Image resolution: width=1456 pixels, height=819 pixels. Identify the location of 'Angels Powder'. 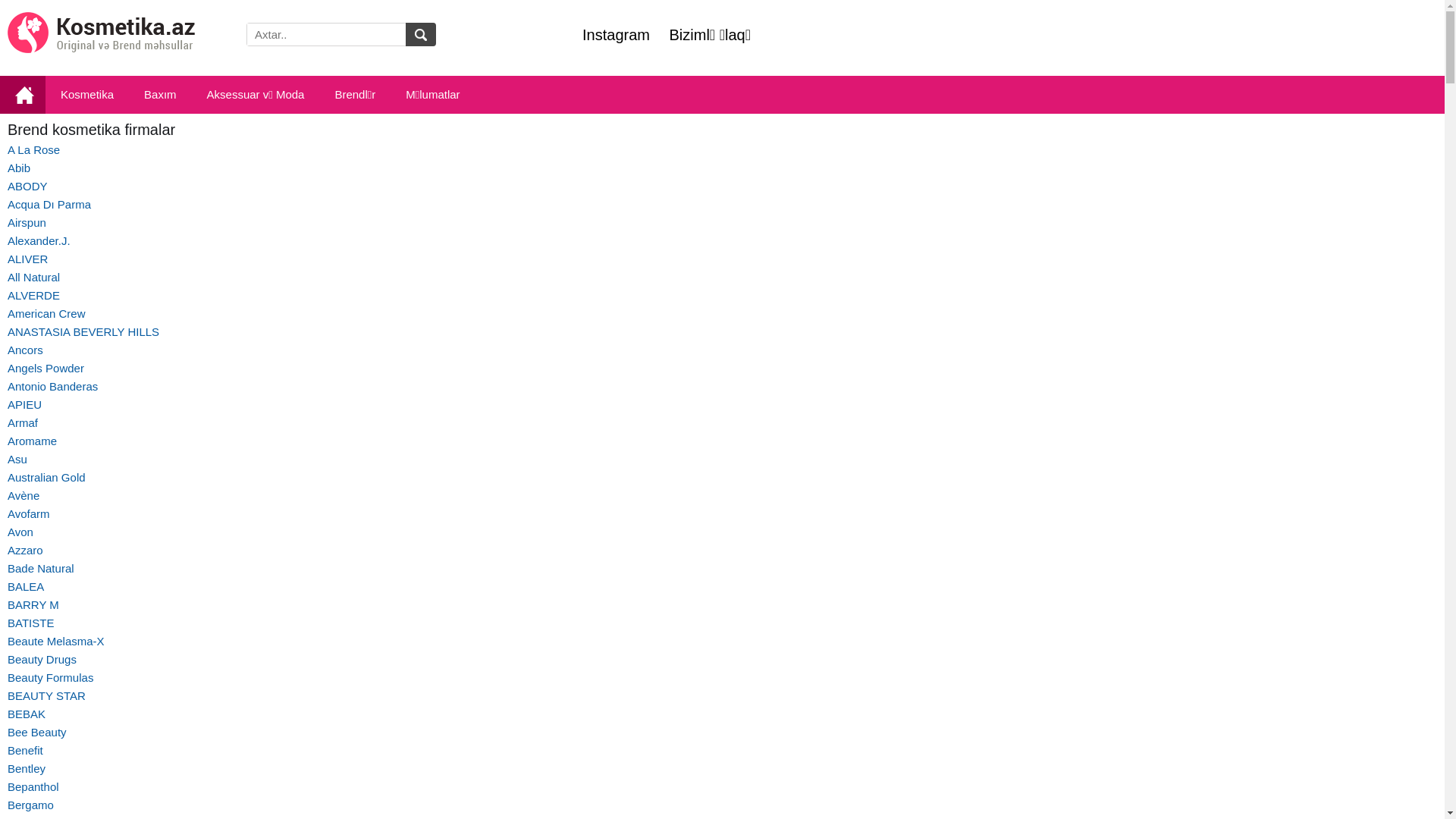
(7, 368).